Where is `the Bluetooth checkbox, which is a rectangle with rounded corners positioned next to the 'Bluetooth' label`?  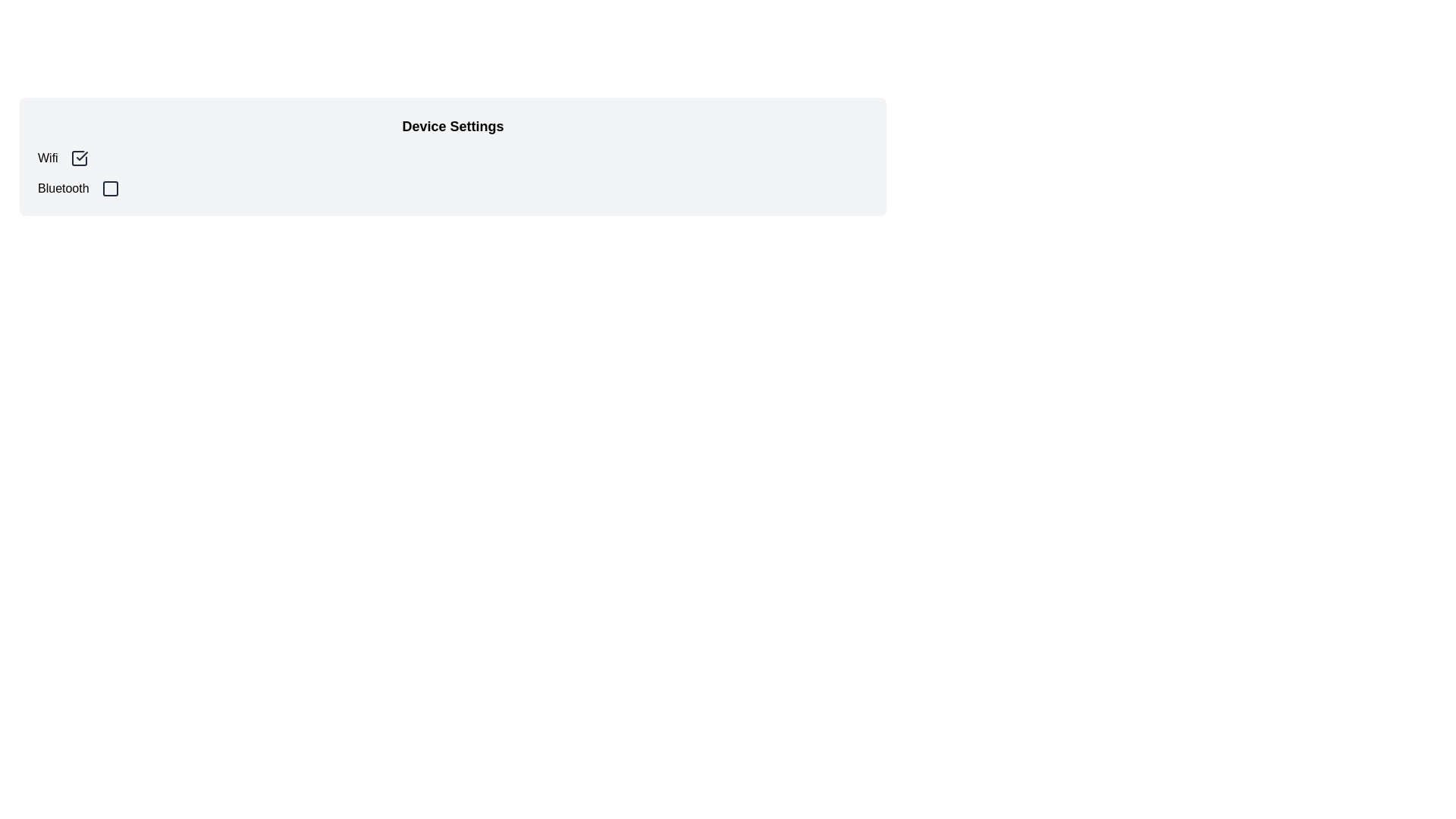
the Bluetooth checkbox, which is a rectangle with rounded corners positioned next to the 'Bluetooth' label is located at coordinates (109, 188).